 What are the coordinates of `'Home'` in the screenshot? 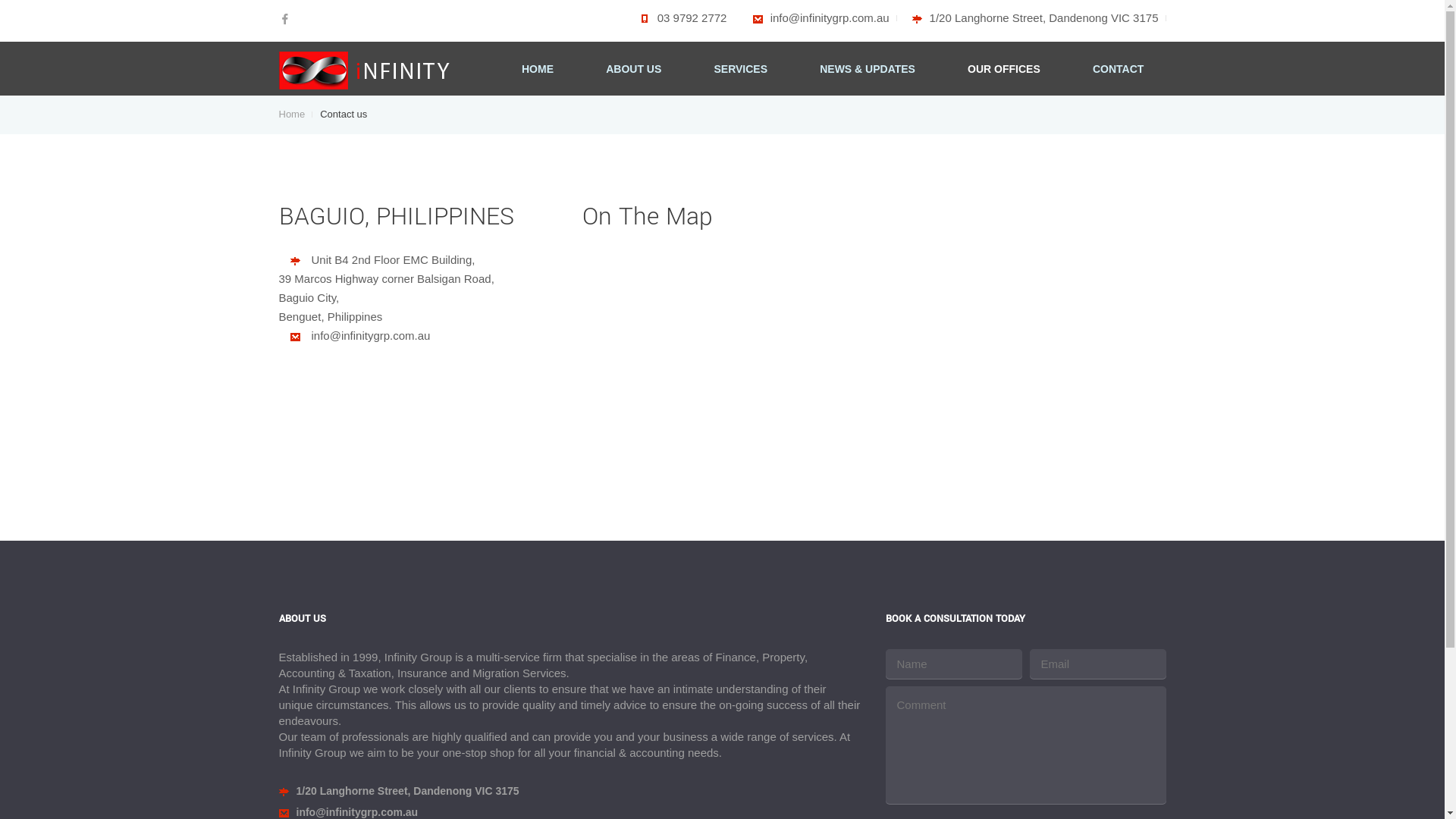 It's located at (296, 113).